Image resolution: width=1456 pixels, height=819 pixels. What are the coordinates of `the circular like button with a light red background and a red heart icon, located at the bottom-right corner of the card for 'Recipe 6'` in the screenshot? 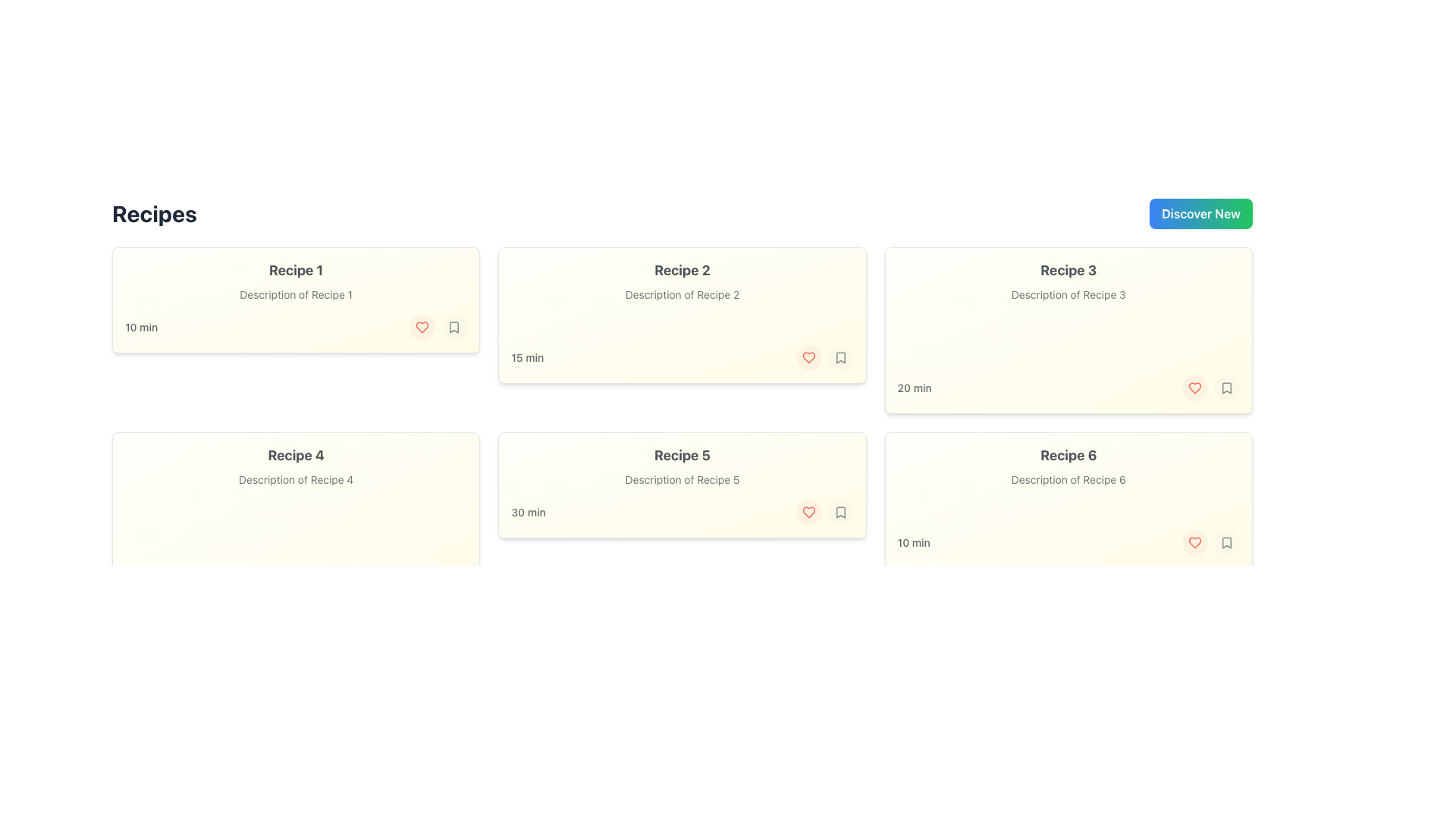 It's located at (1194, 542).